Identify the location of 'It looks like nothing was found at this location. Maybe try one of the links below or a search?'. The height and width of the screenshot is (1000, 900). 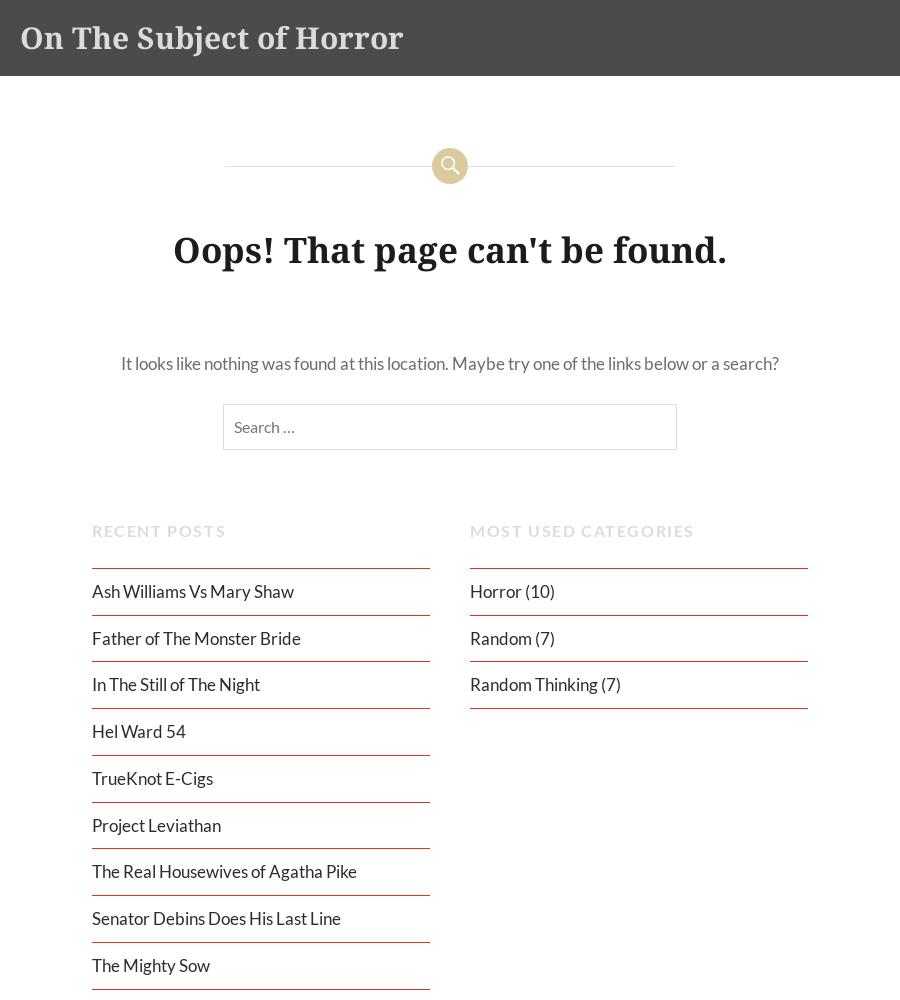
(450, 361).